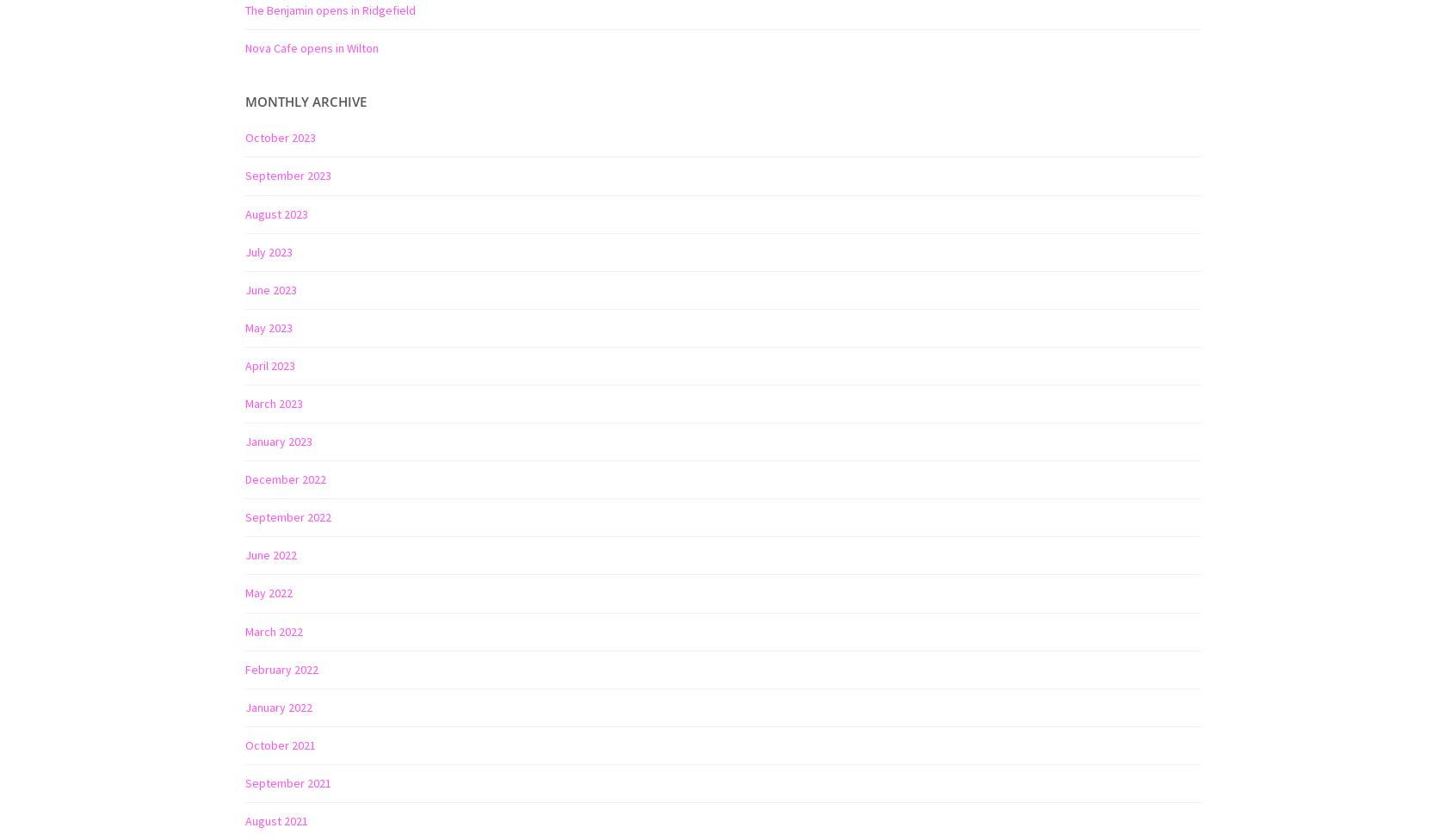 The height and width of the screenshot is (840, 1446). What do you see at coordinates (269, 591) in the screenshot?
I see `'May 2022'` at bounding box center [269, 591].